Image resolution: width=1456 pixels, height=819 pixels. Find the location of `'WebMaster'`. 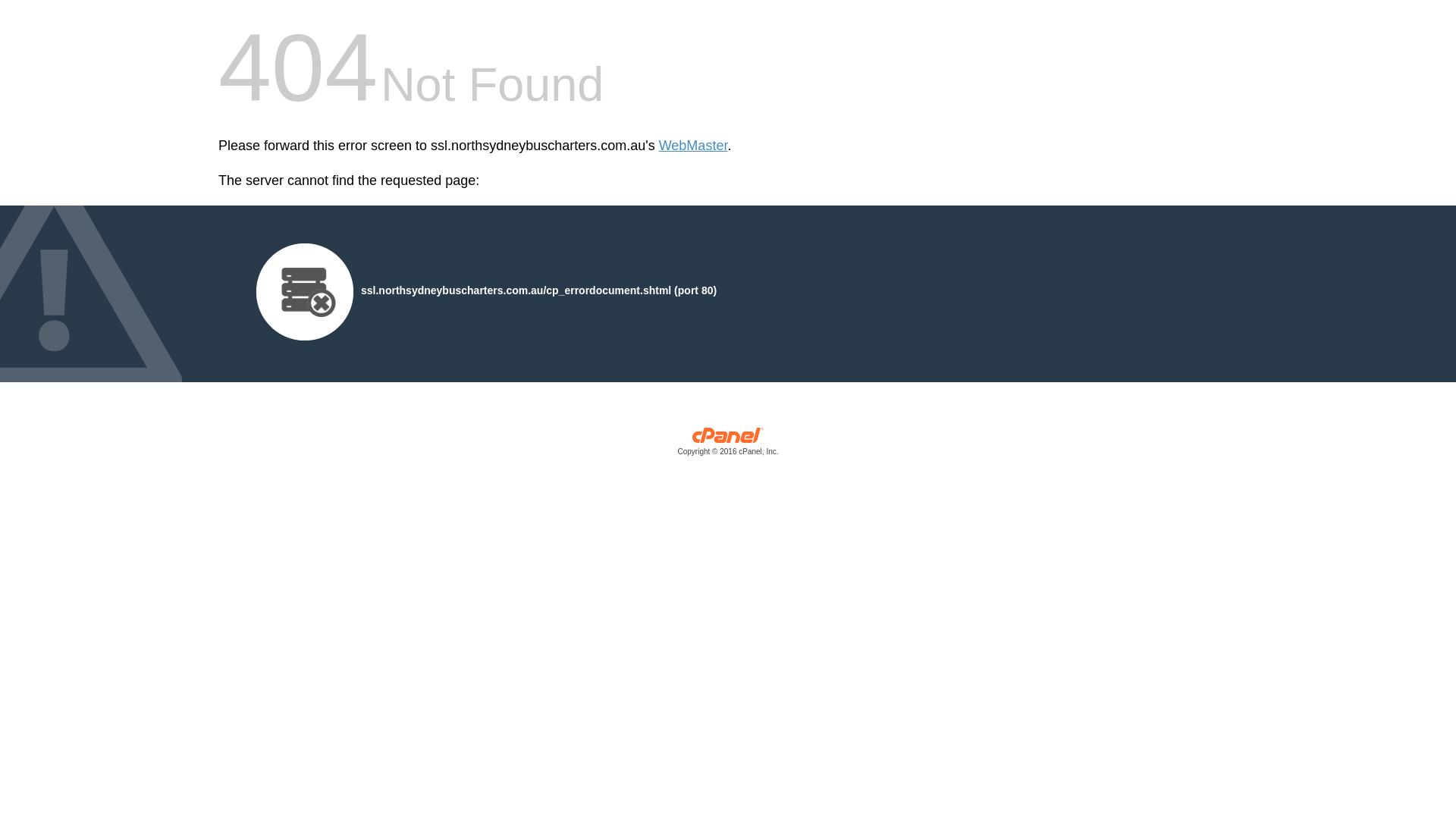

'WebMaster' is located at coordinates (692, 146).